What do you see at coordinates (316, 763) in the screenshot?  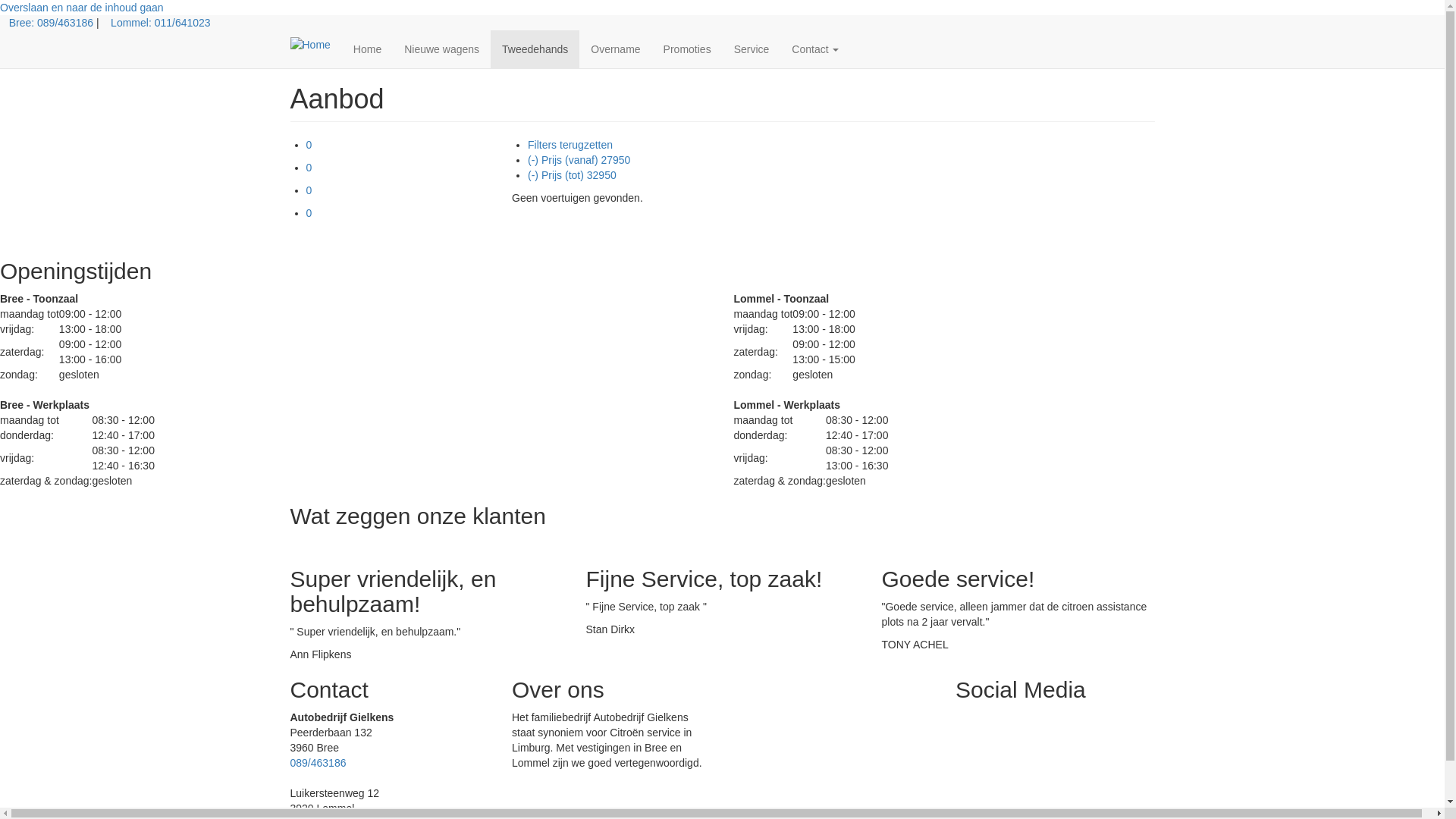 I see `'089/463186'` at bounding box center [316, 763].